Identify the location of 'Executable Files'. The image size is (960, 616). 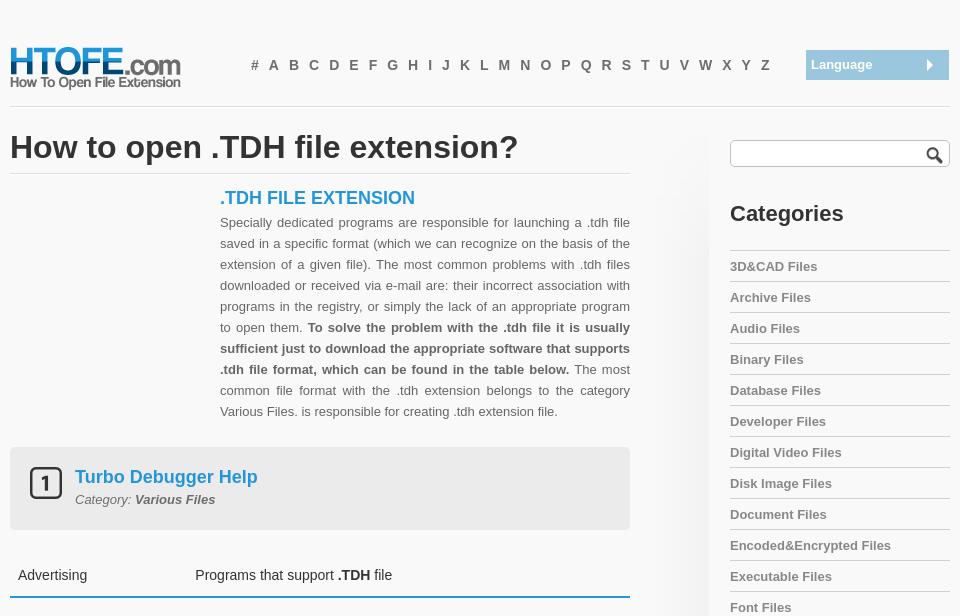
(728, 576).